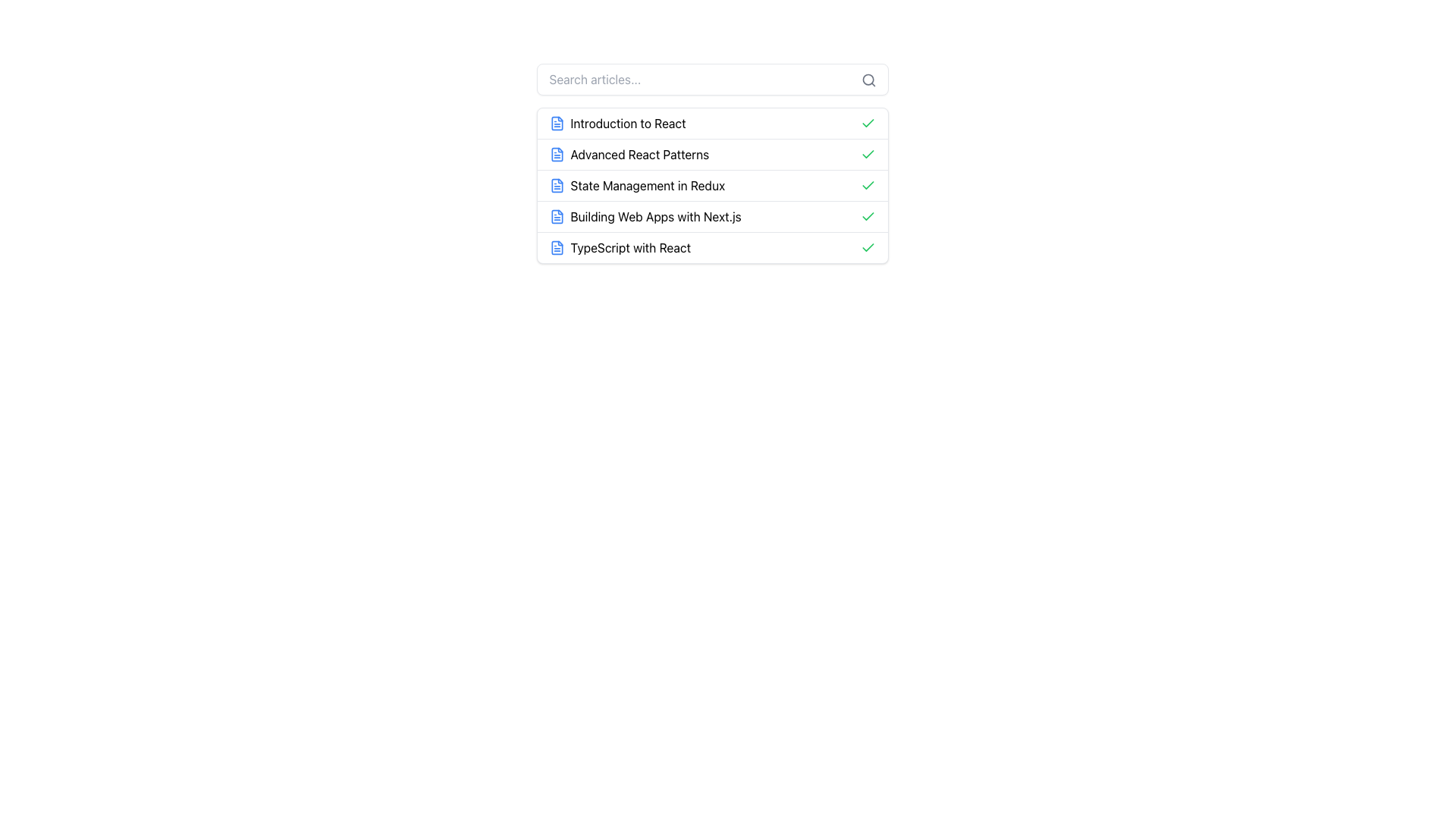  I want to click on the fourth item in the vertical list representing 'Building Web Apps with Next.js', so click(711, 216).